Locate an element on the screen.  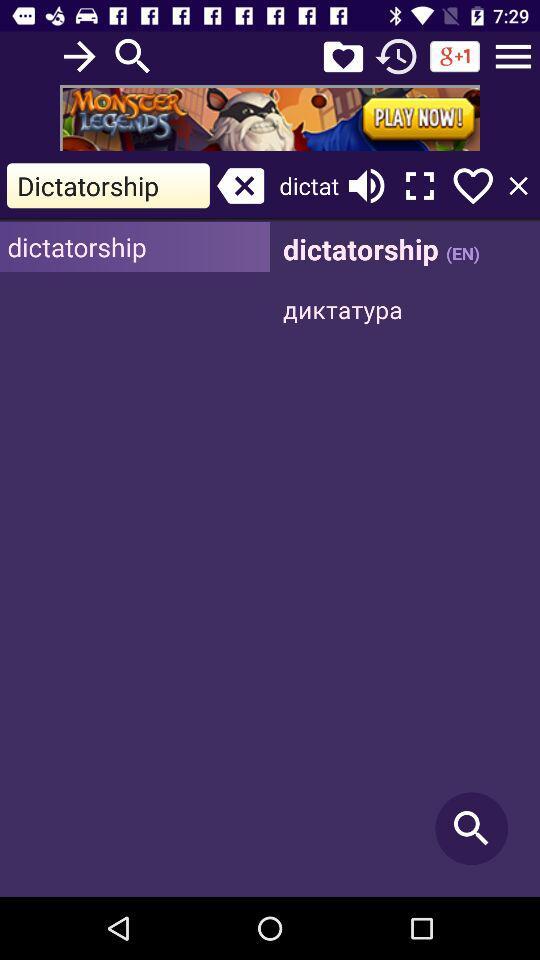
the one  which is left side to the cross mark in the first is located at coordinates (108, 186).